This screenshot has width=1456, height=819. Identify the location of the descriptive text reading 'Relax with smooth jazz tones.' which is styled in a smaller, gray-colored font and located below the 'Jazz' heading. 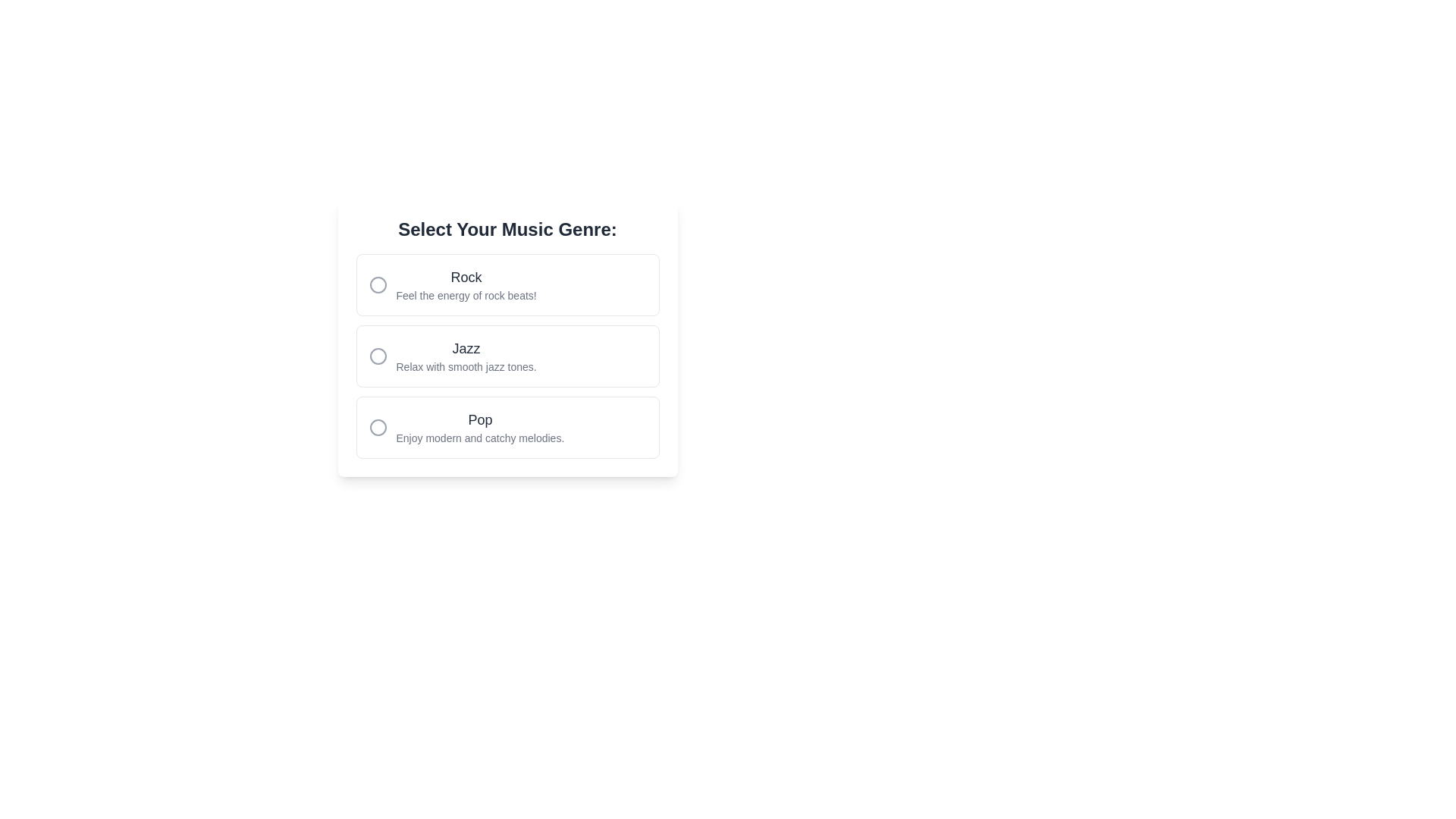
(466, 366).